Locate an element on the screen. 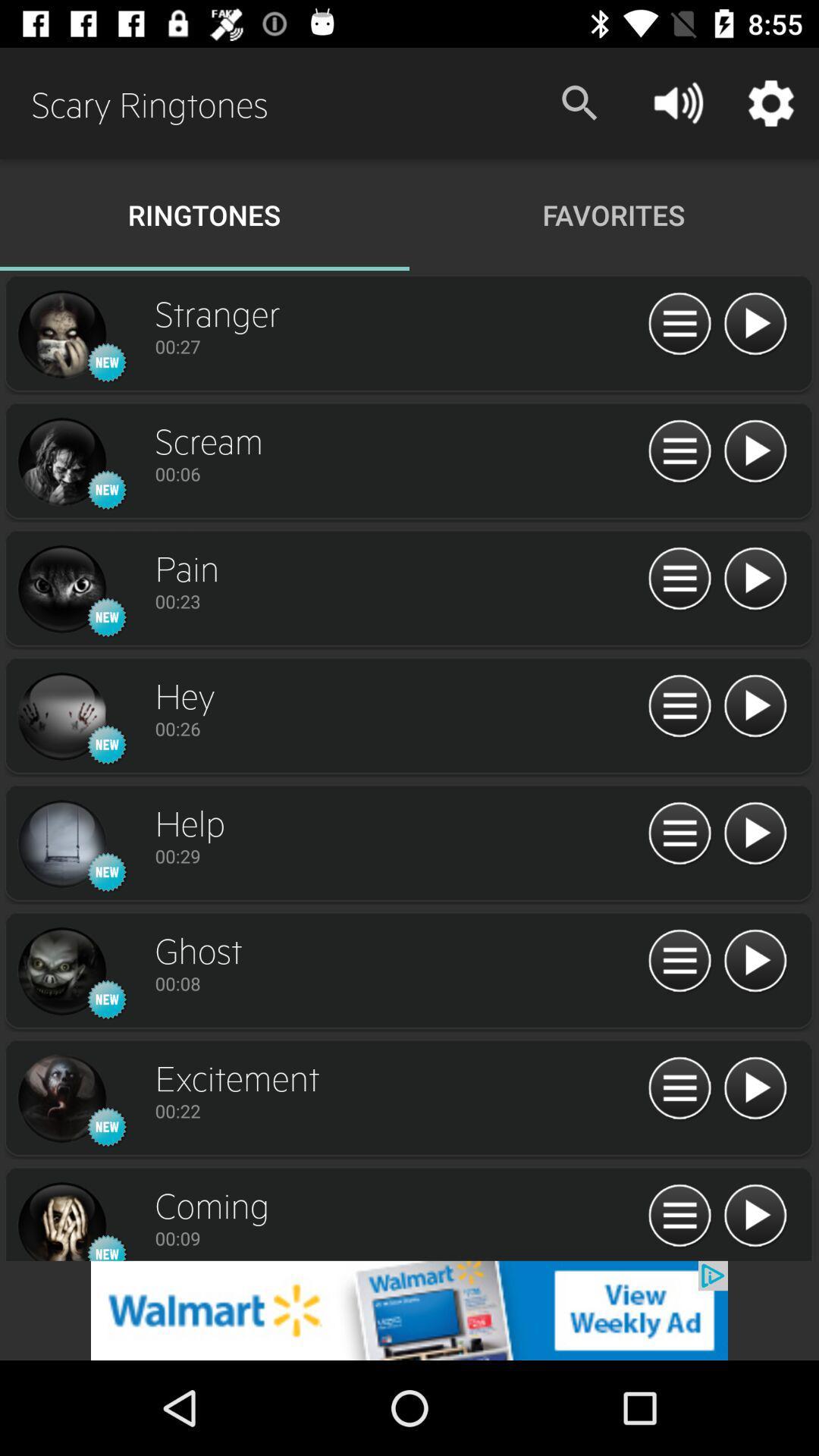 The height and width of the screenshot is (1456, 819). go next is located at coordinates (755, 579).